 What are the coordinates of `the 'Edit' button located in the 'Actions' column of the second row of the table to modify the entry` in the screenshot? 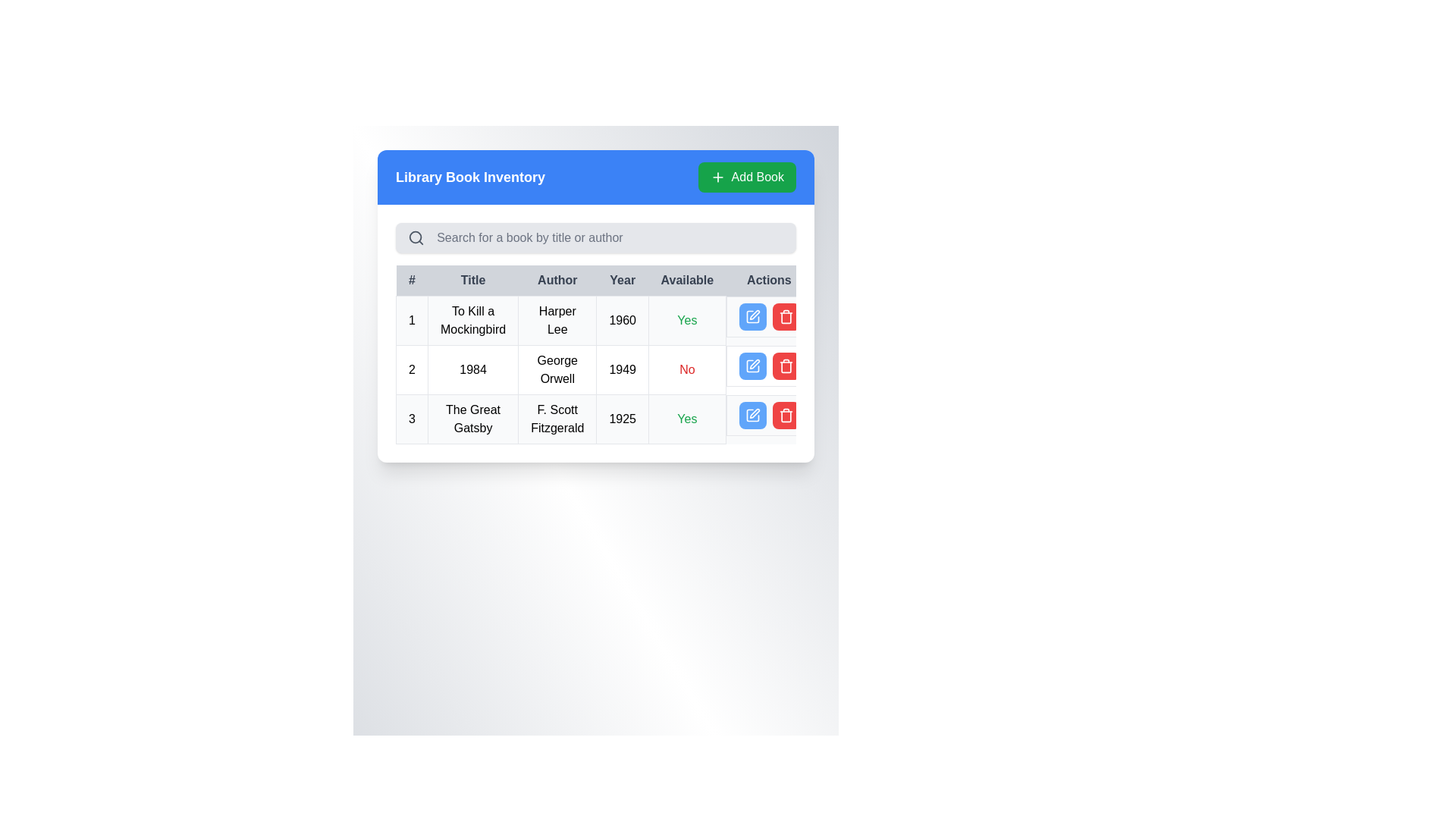 It's located at (752, 366).